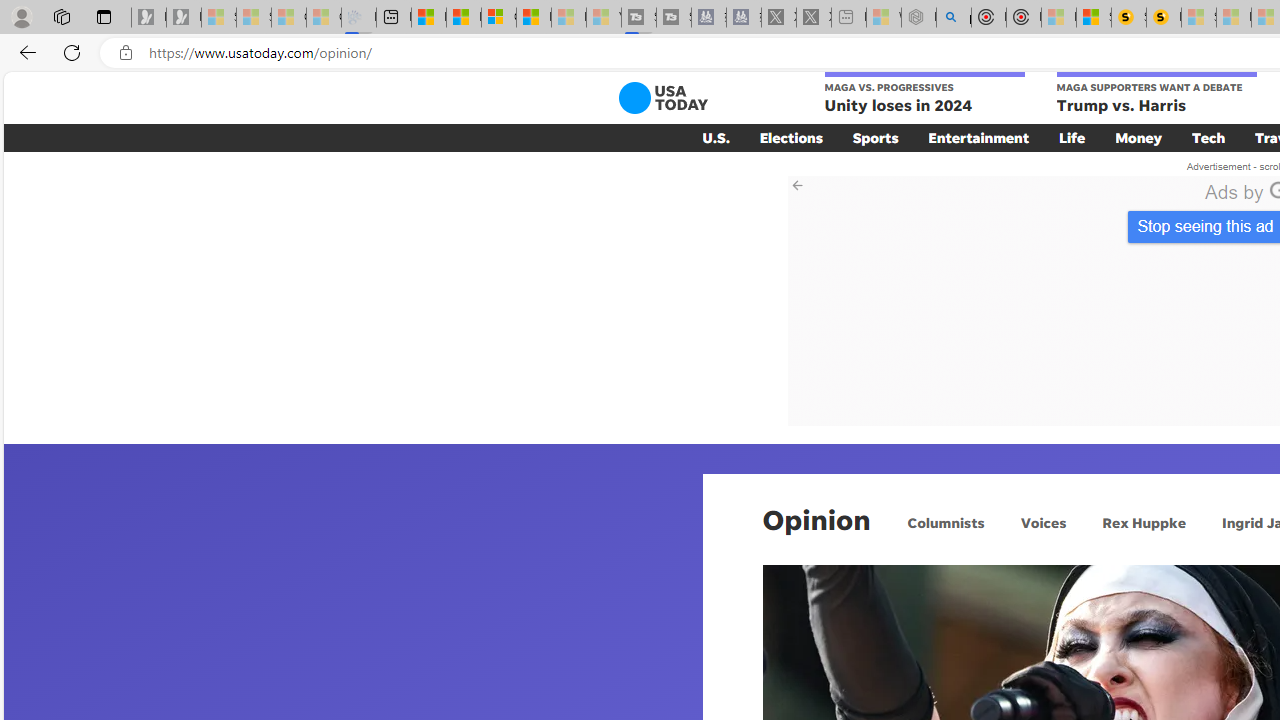 The height and width of the screenshot is (720, 1280). I want to click on 'Entertainment', so click(978, 136).